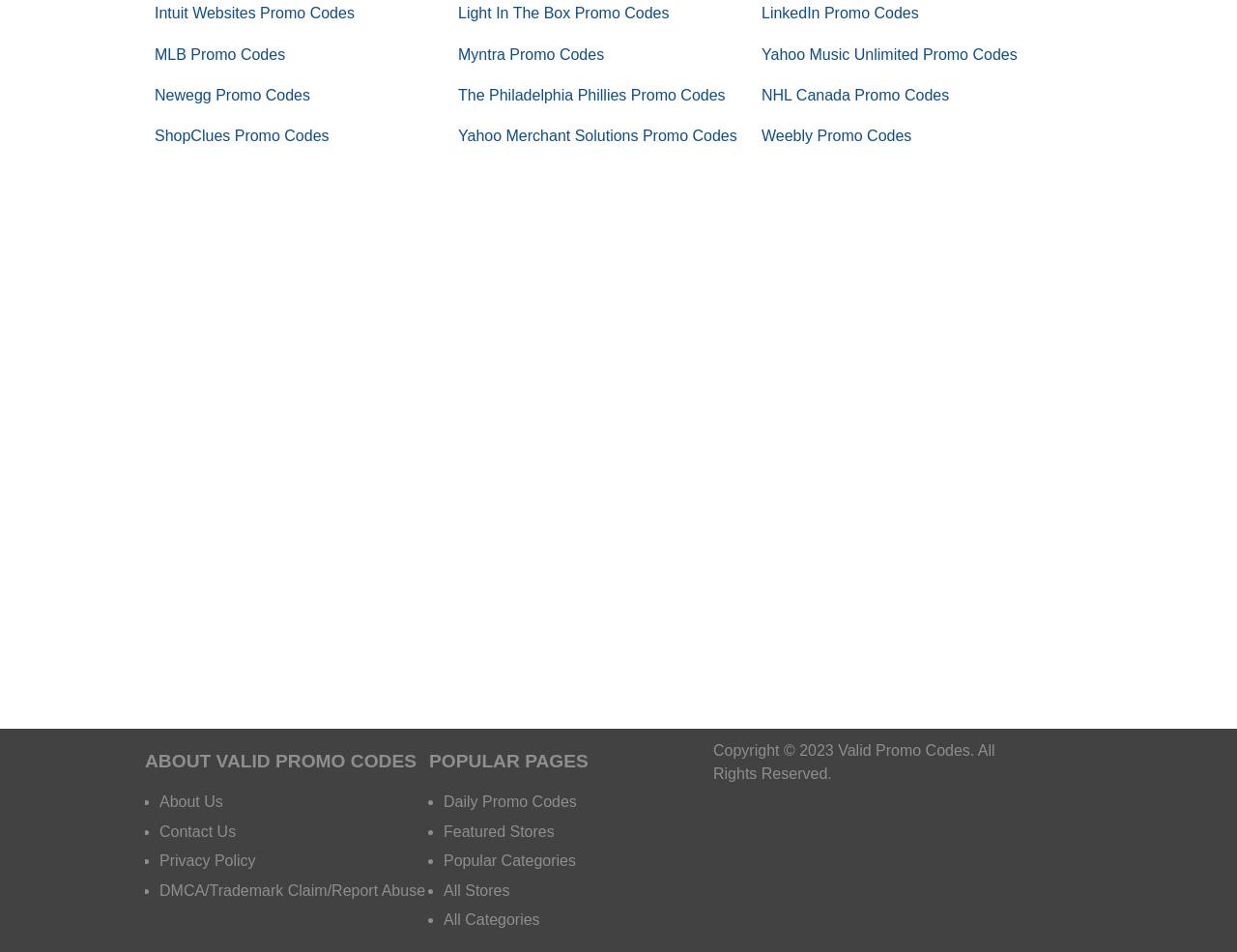 This screenshot has height=952, width=1237. I want to click on 'Valid Promo Codes', so click(903, 749).